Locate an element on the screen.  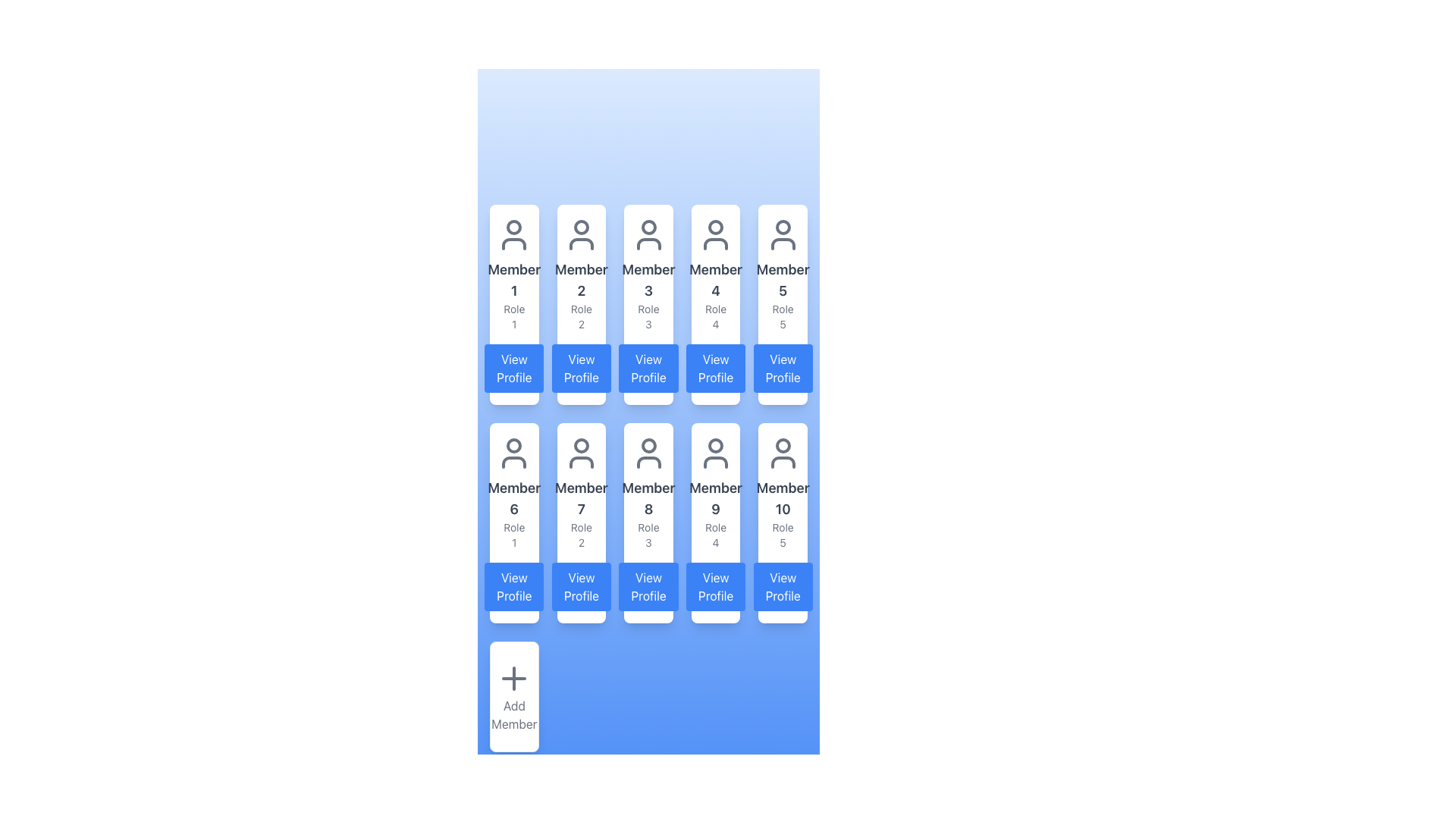
the label indicating the role or position associated with Member 10, which is located below the 'Member 10' heading and above the 'View Profile' button is located at coordinates (783, 534).